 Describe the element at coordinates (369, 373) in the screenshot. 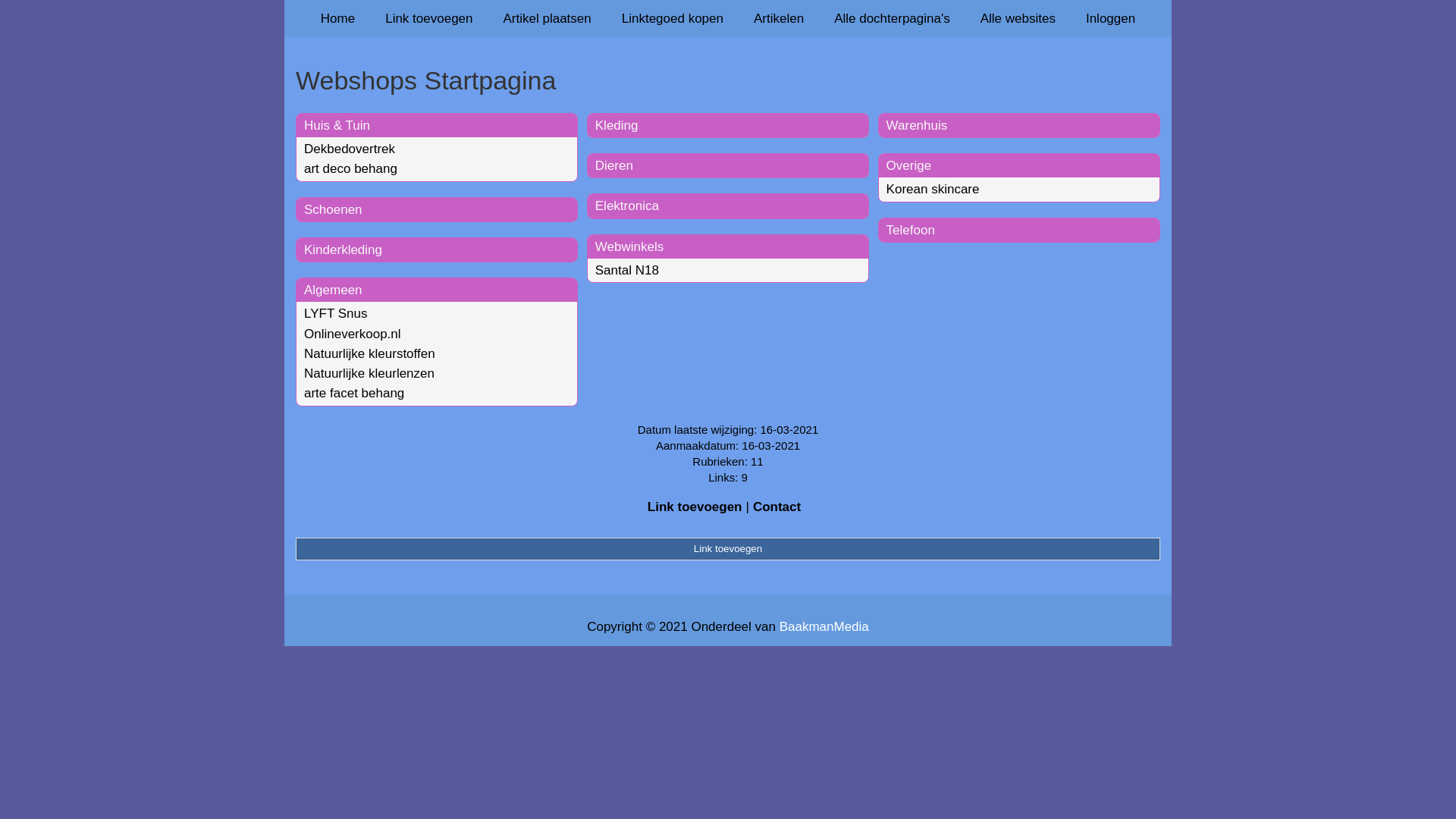

I see `'Natuurlijke kleurlenzen'` at that location.